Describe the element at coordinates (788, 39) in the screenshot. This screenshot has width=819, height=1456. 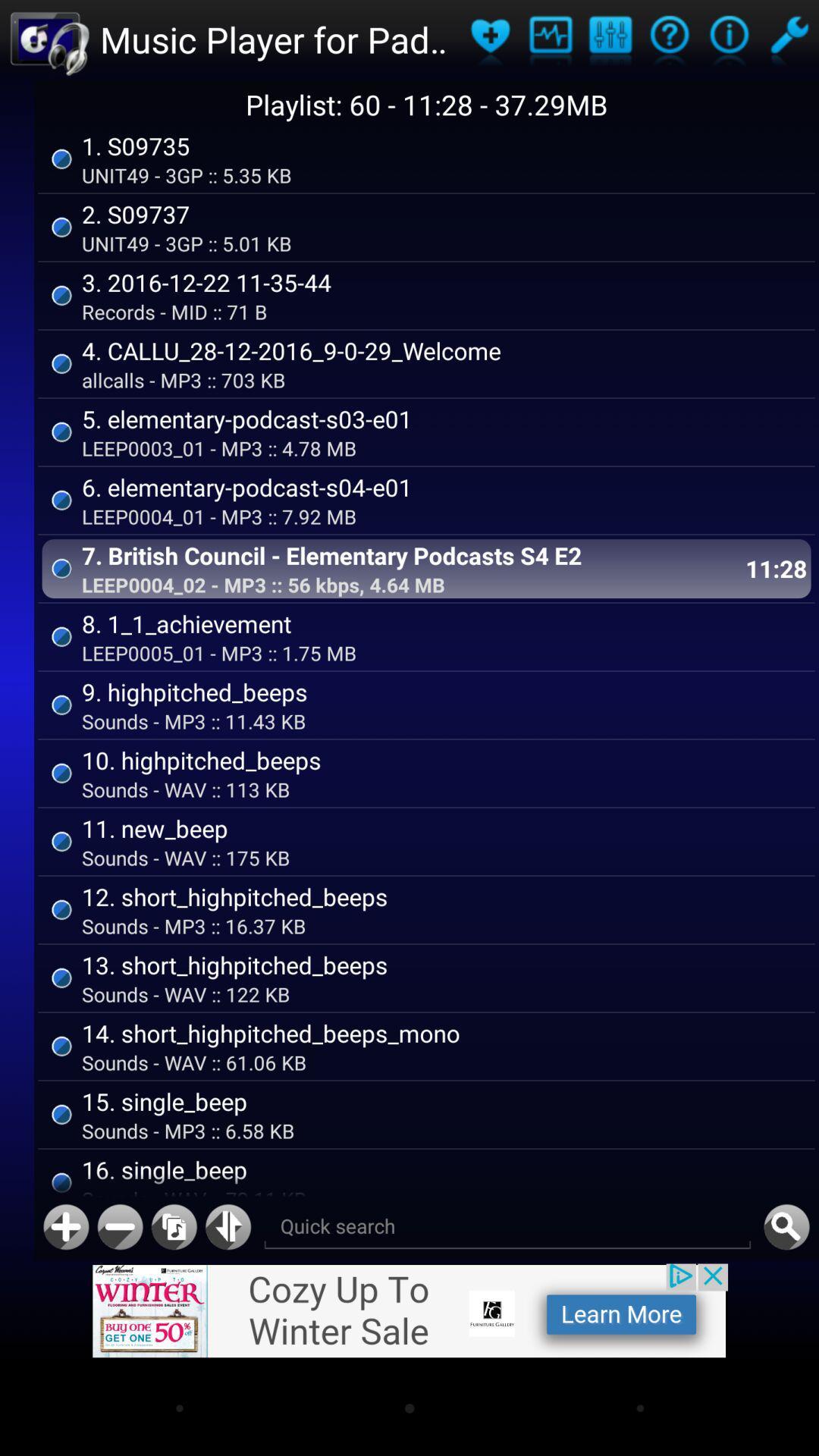
I see `settings` at that location.